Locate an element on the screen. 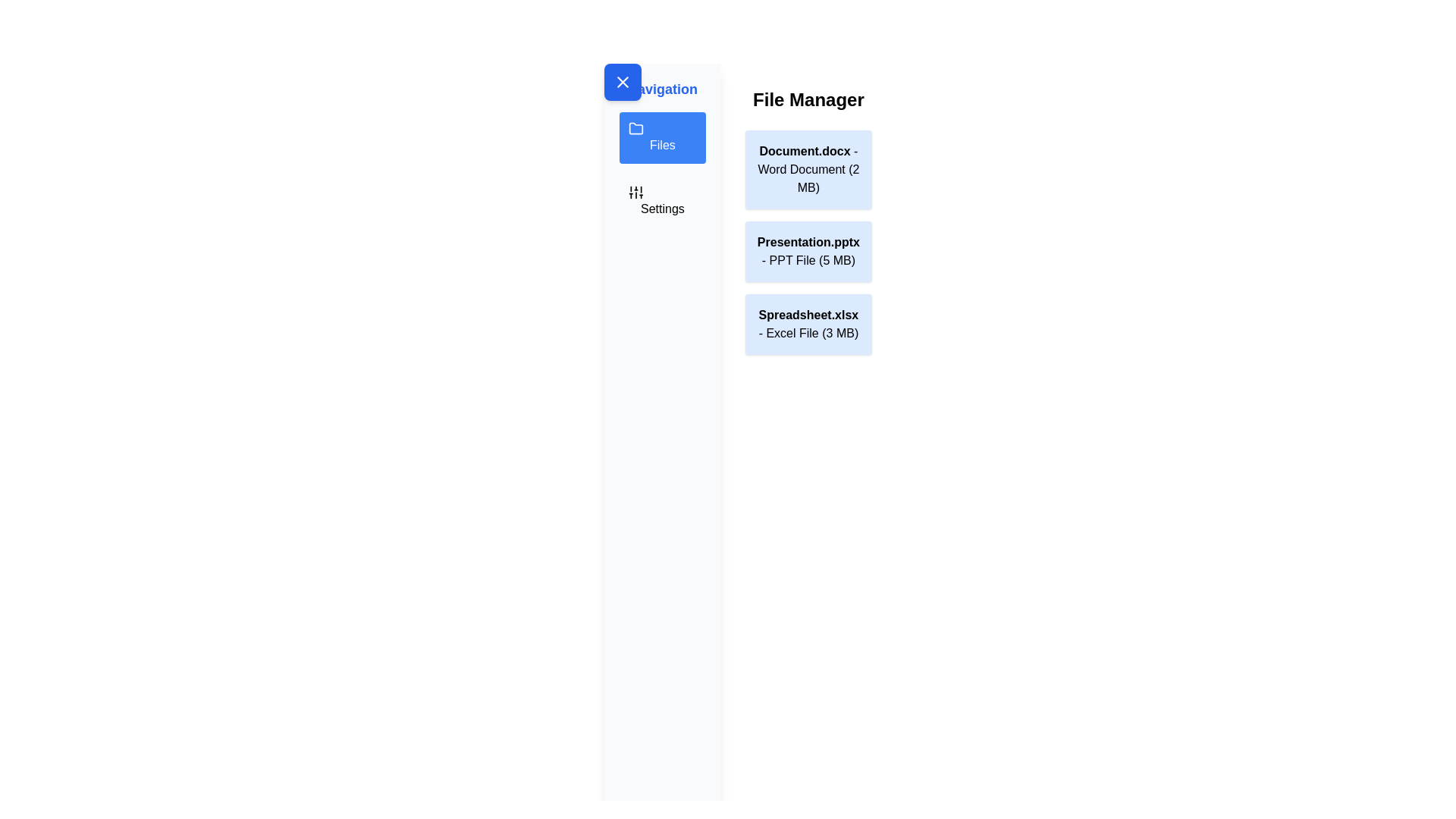 This screenshot has width=1456, height=819. the second static informational card that displays 'Presentation.pptx' in bold and describes the file as 'PPT File (5 MB)' in the 'File Manager' section is located at coordinates (808, 250).